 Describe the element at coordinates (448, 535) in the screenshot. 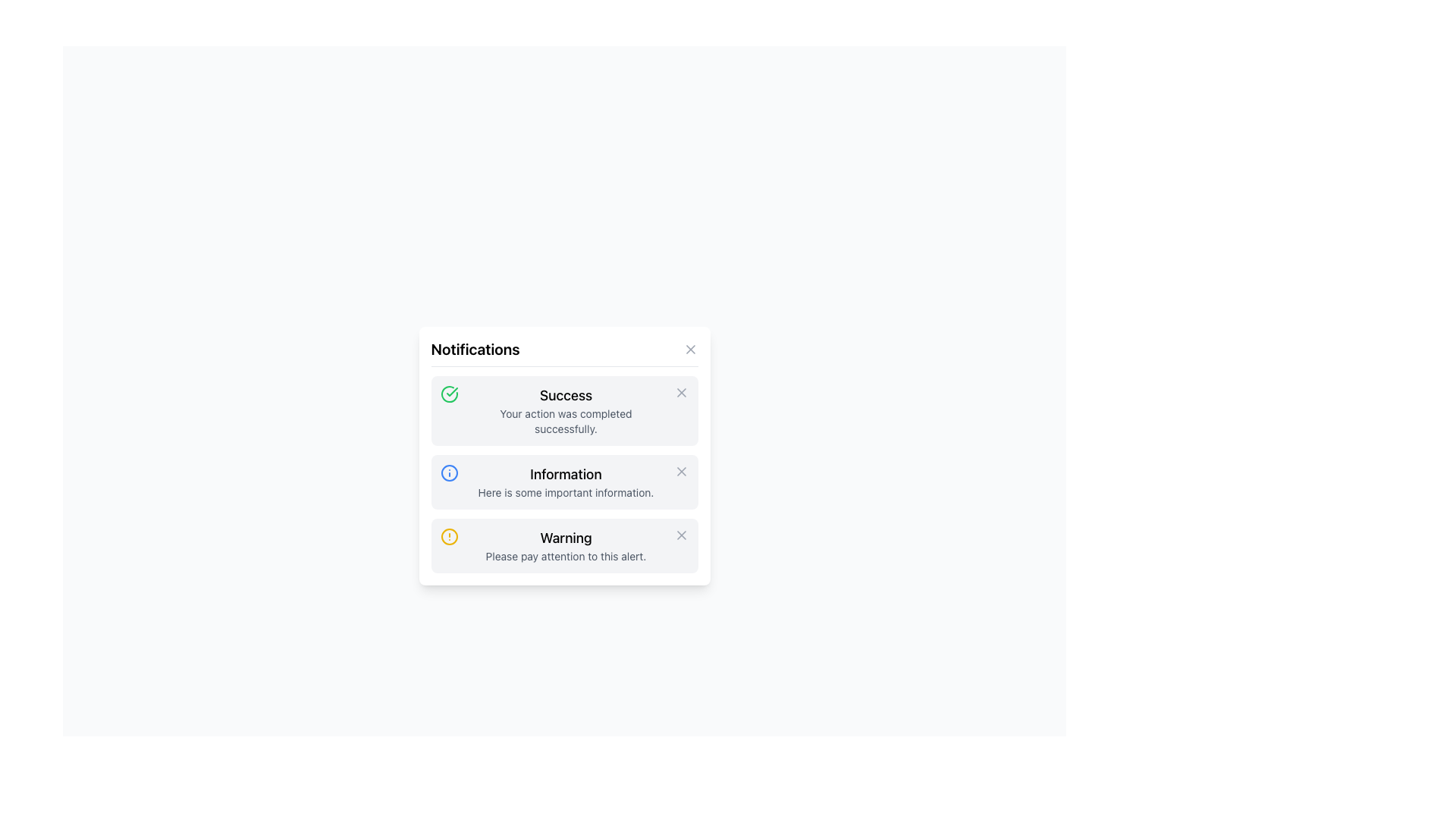

I see `the warning icon, which is located on the far left within the 'Warning' notification block, aligned with the text 'Warning' and 'Please pay attention to this alert.'` at that location.